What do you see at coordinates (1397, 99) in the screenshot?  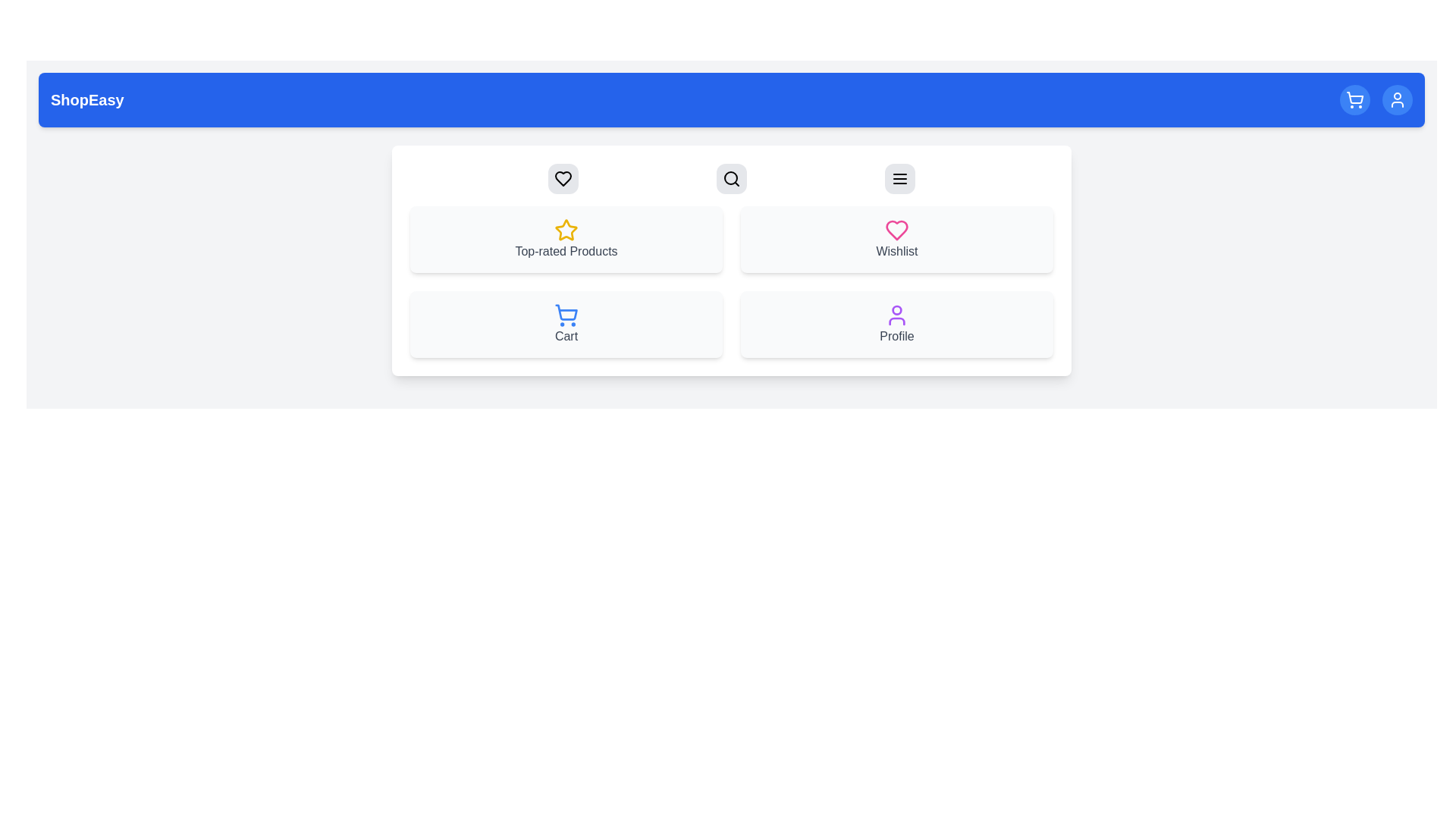 I see `the user profile icon button located at the top-right corner of the interface` at bounding box center [1397, 99].